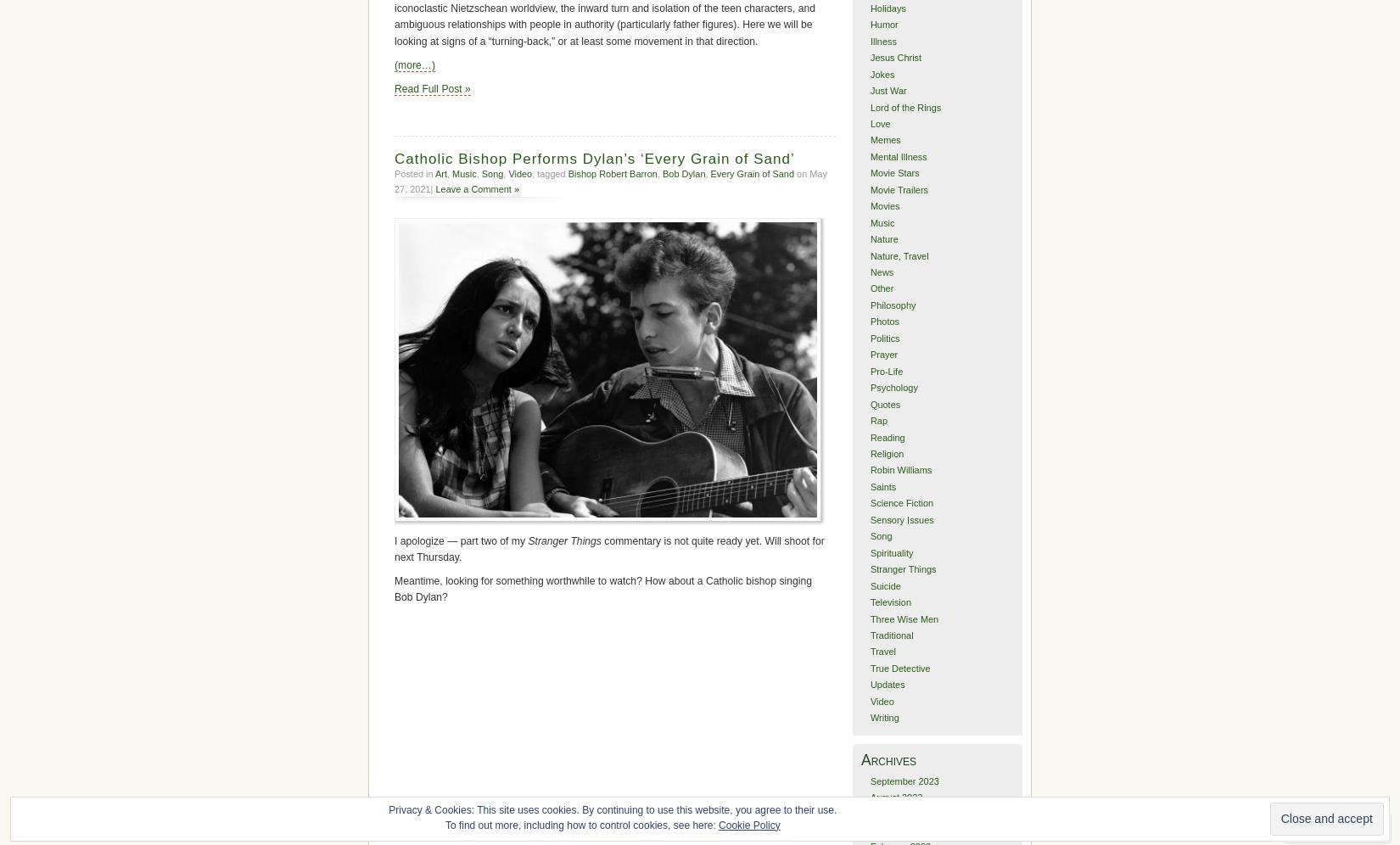 This screenshot has height=845, width=1400. I want to click on 'Every Grain of Sand', so click(752, 173).